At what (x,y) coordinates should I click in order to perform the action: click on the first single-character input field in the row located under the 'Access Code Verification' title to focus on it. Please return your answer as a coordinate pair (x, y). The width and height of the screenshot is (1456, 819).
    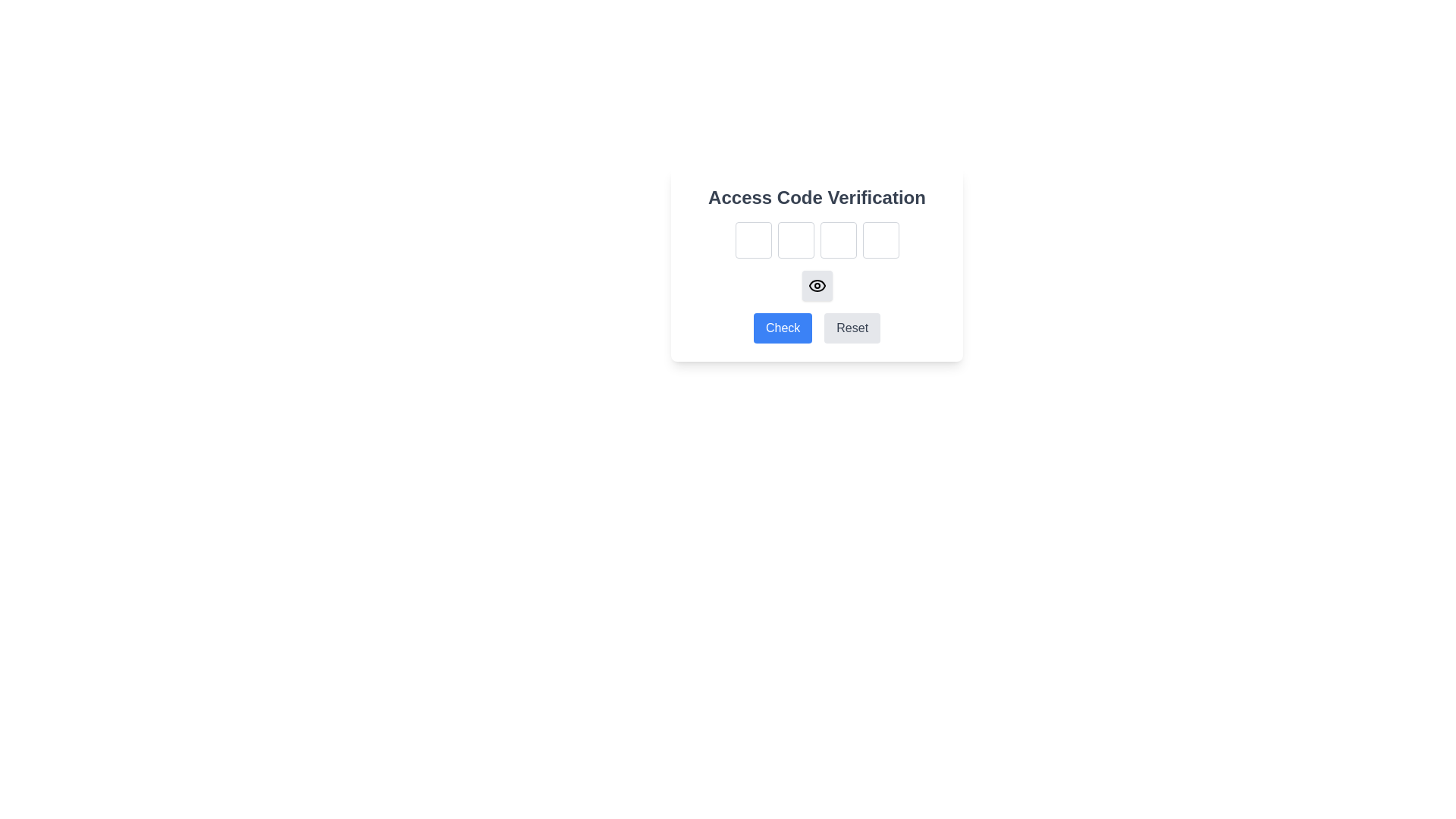
    Looking at the image, I should click on (816, 239).